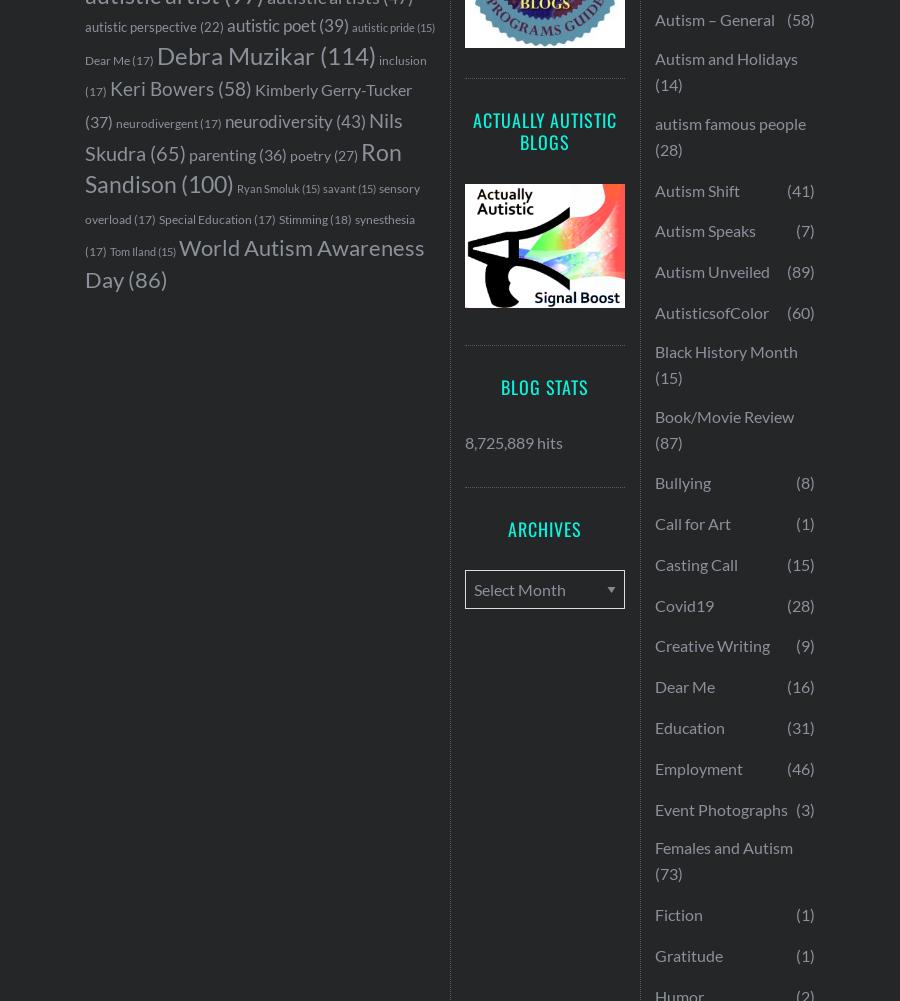 Image resolution: width=900 pixels, height=1001 pixels. I want to click on 'Ron Sandison', so click(83, 167).